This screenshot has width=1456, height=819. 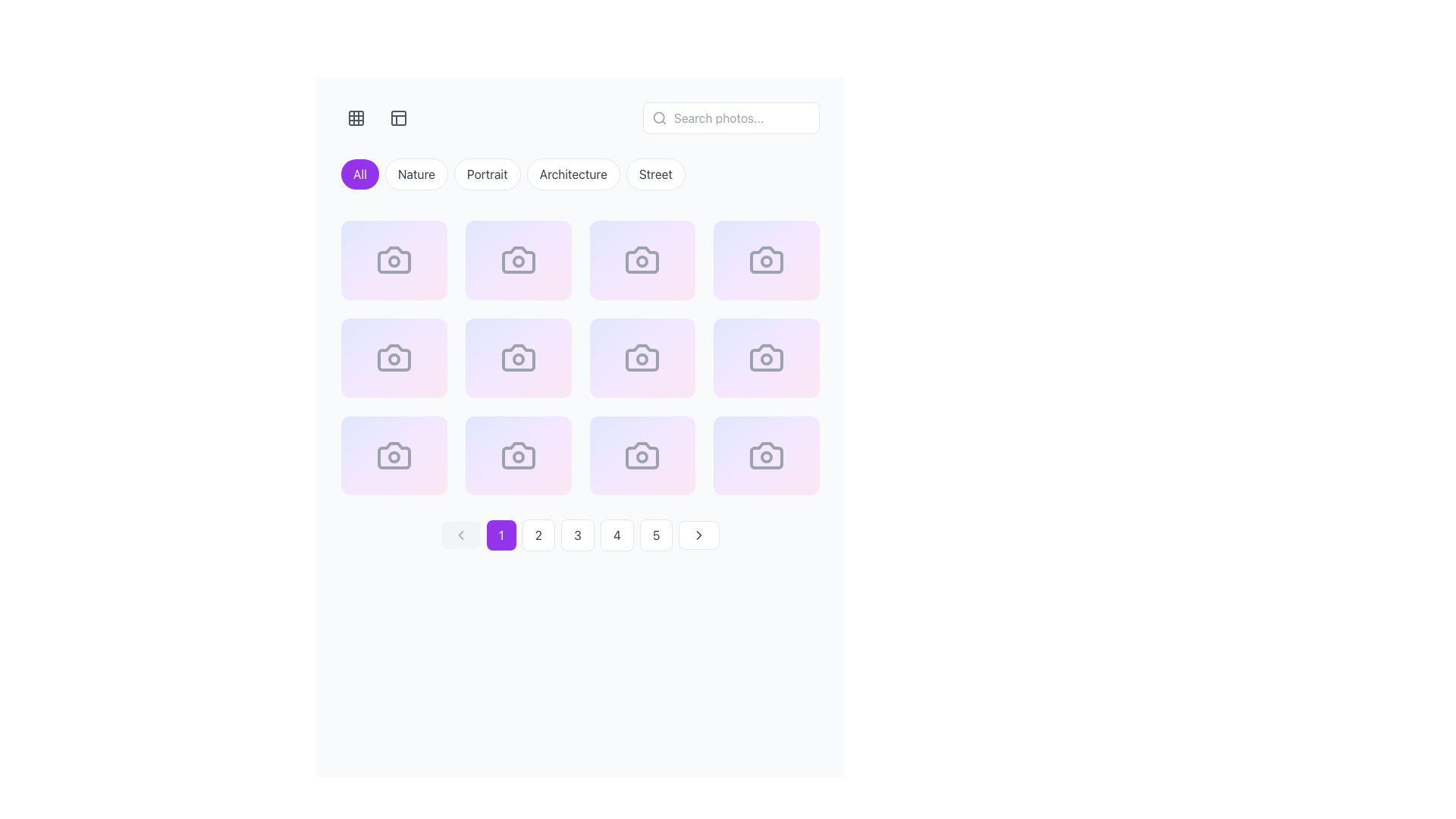 I want to click on the camera icon located in the second column of the third row within a grid of image placeholders, so click(x=642, y=358).